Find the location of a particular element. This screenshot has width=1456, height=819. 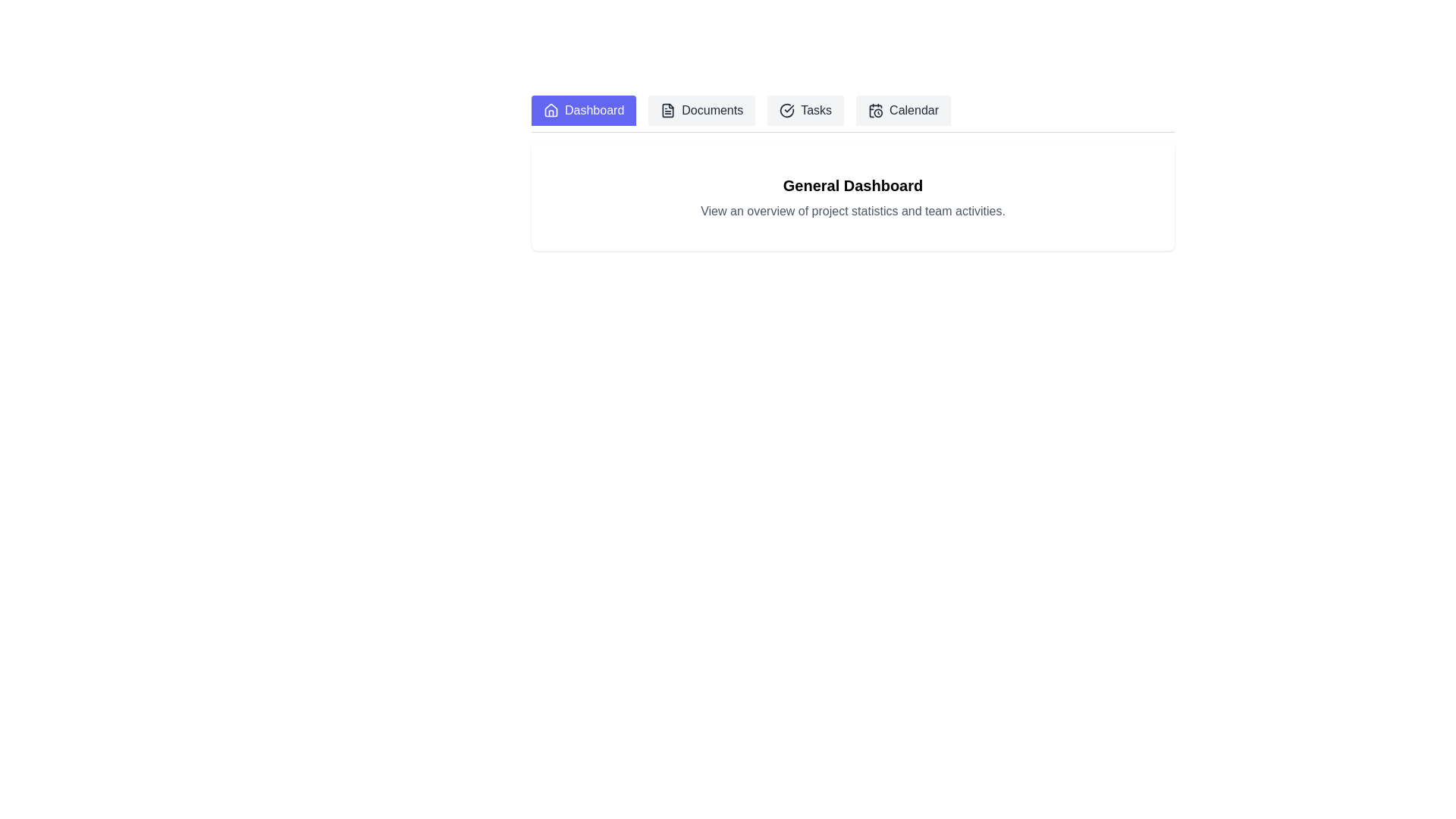

the third button in the navigation bar, which is used for task management is located at coordinates (805, 110).